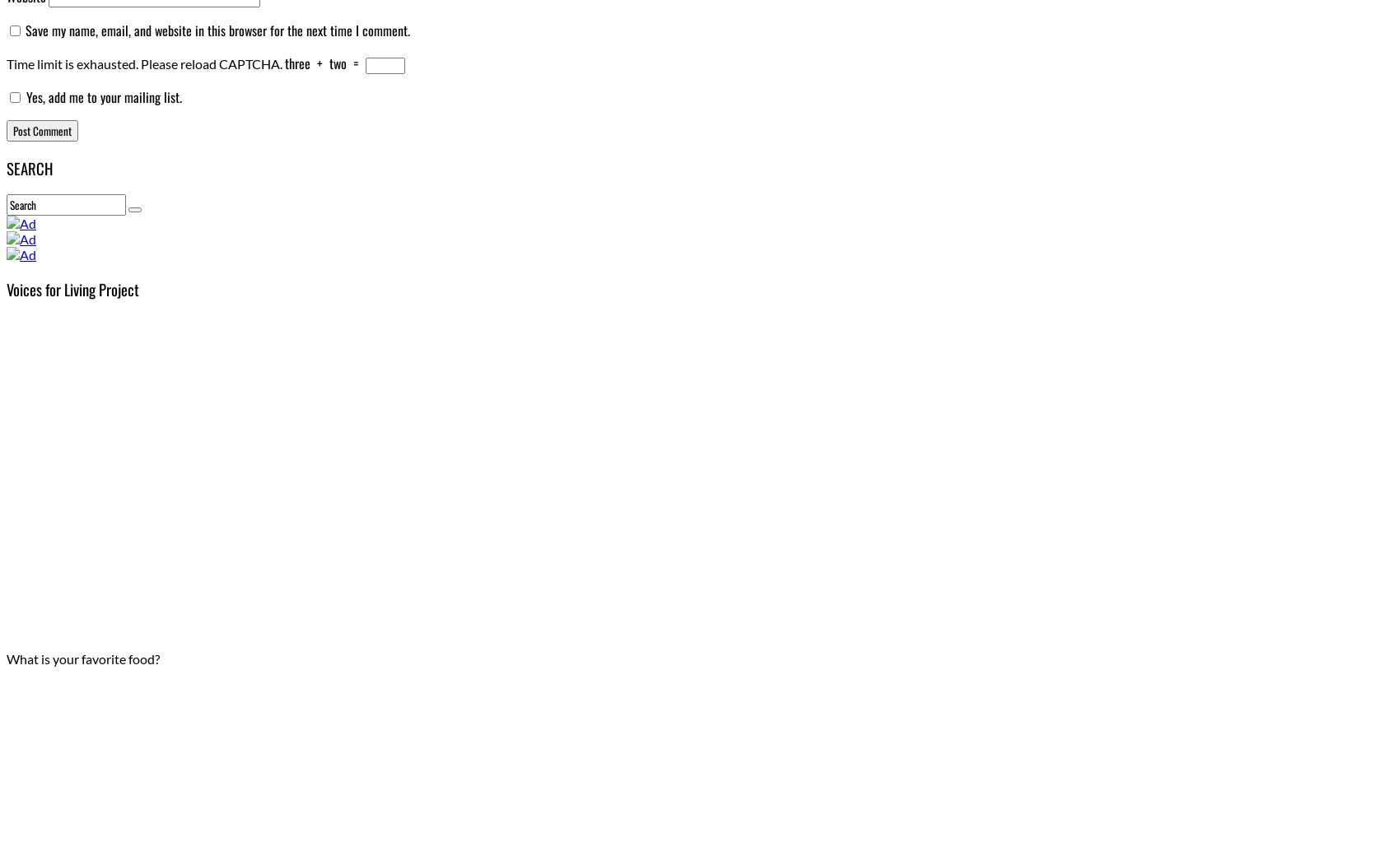 The width and height of the screenshot is (1400, 856). Describe the element at coordinates (217, 30) in the screenshot. I see `'Save my name, email, and website in this browser for the next time I comment.'` at that location.